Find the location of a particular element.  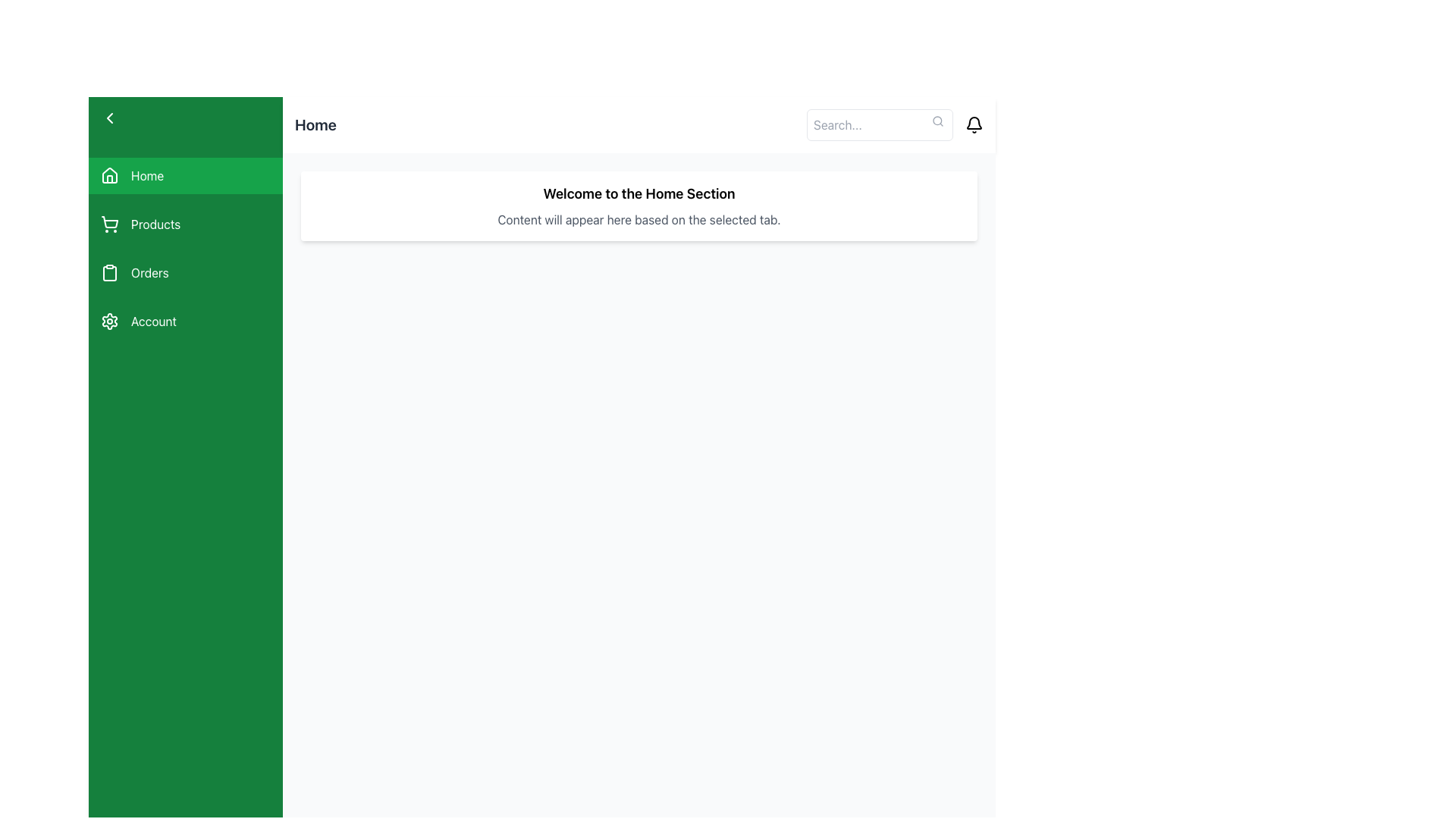

the first button in the vertical stack on the left sidebar is located at coordinates (184, 174).